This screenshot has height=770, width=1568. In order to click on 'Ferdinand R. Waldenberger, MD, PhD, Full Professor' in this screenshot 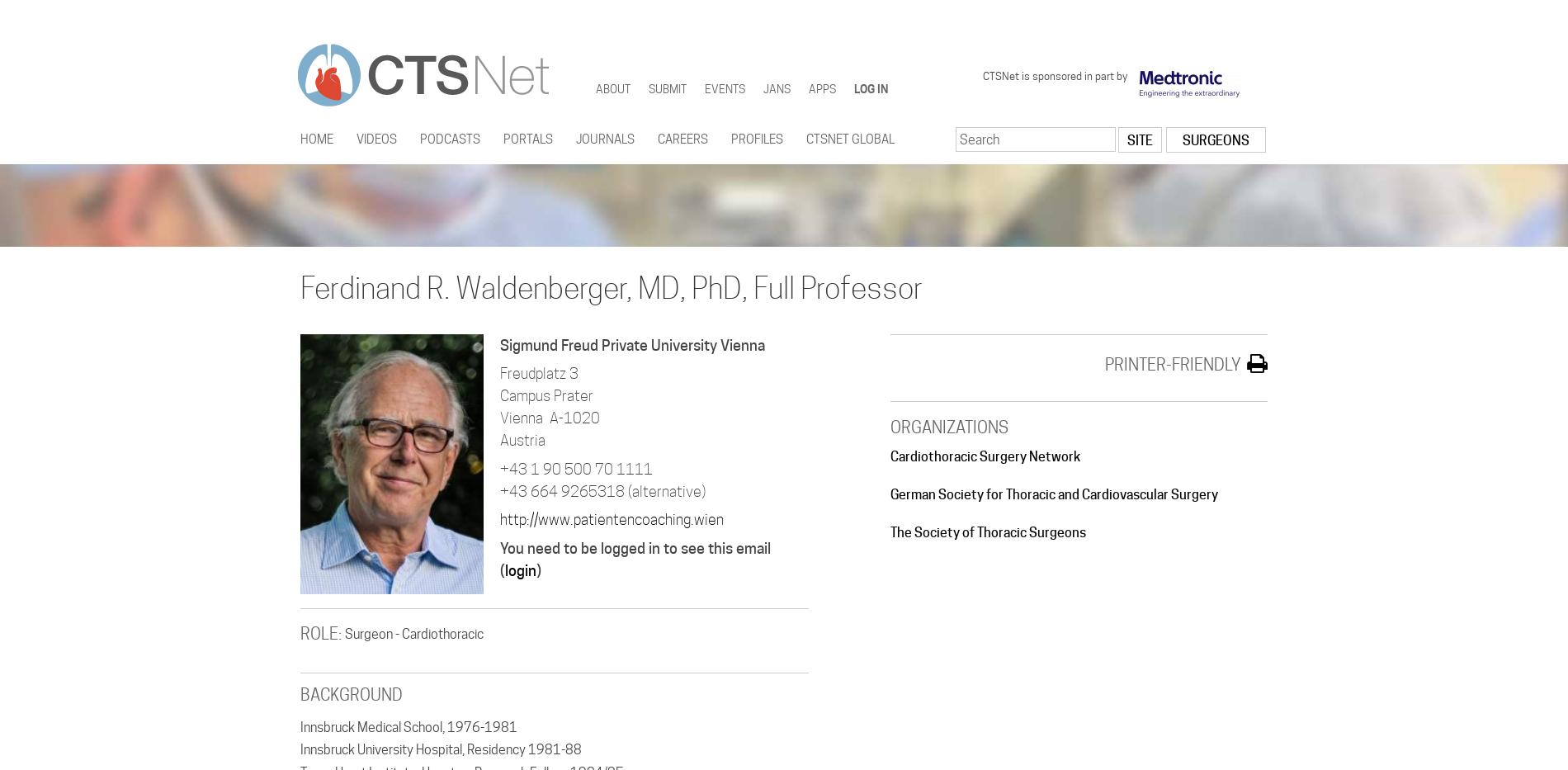, I will do `click(611, 286)`.